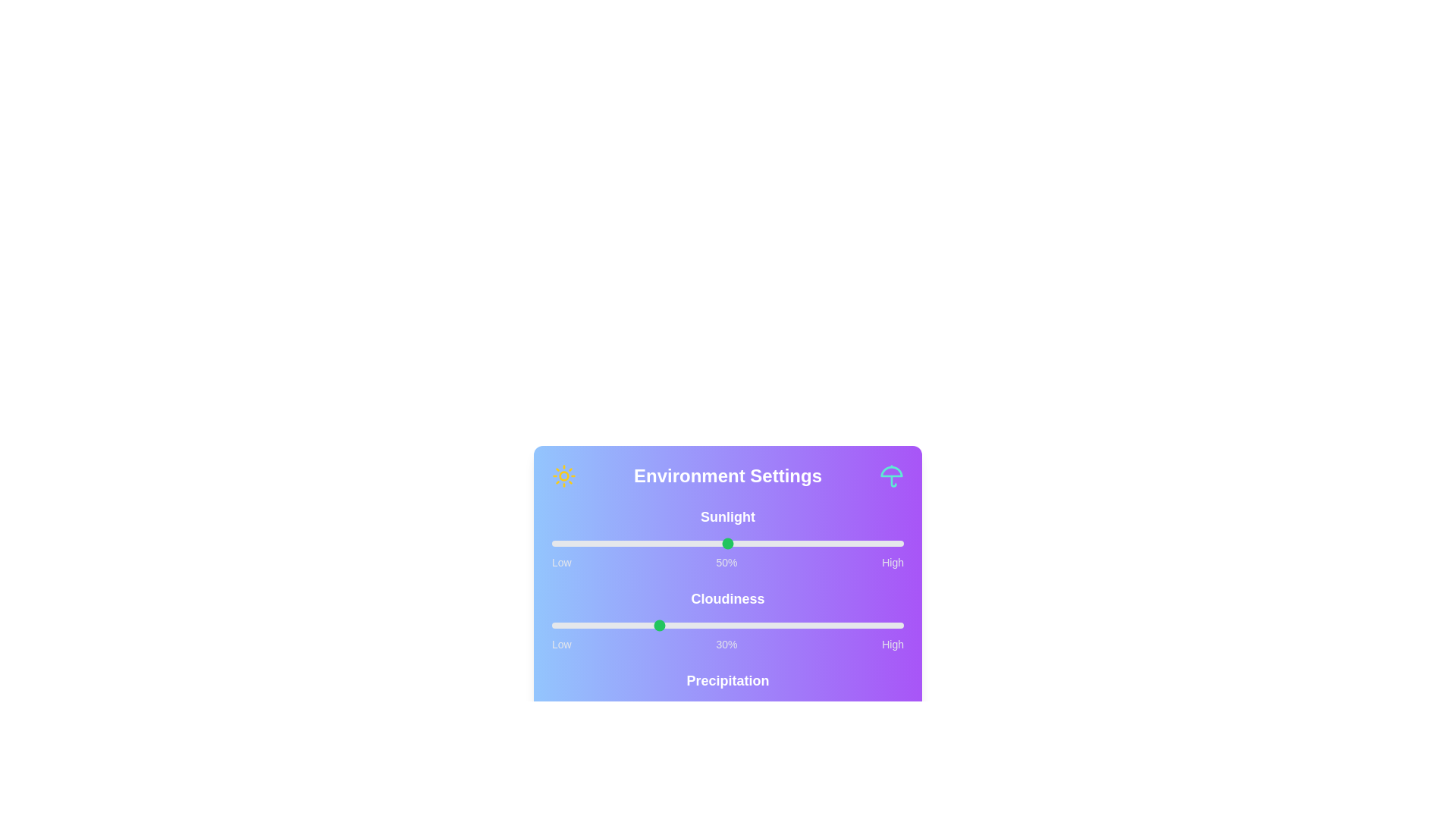 The height and width of the screenshot is (819, 1456). Describe the element at coordinates (600, 543) in the screenshot. I see `the sunlight slider to 14%` at that location.